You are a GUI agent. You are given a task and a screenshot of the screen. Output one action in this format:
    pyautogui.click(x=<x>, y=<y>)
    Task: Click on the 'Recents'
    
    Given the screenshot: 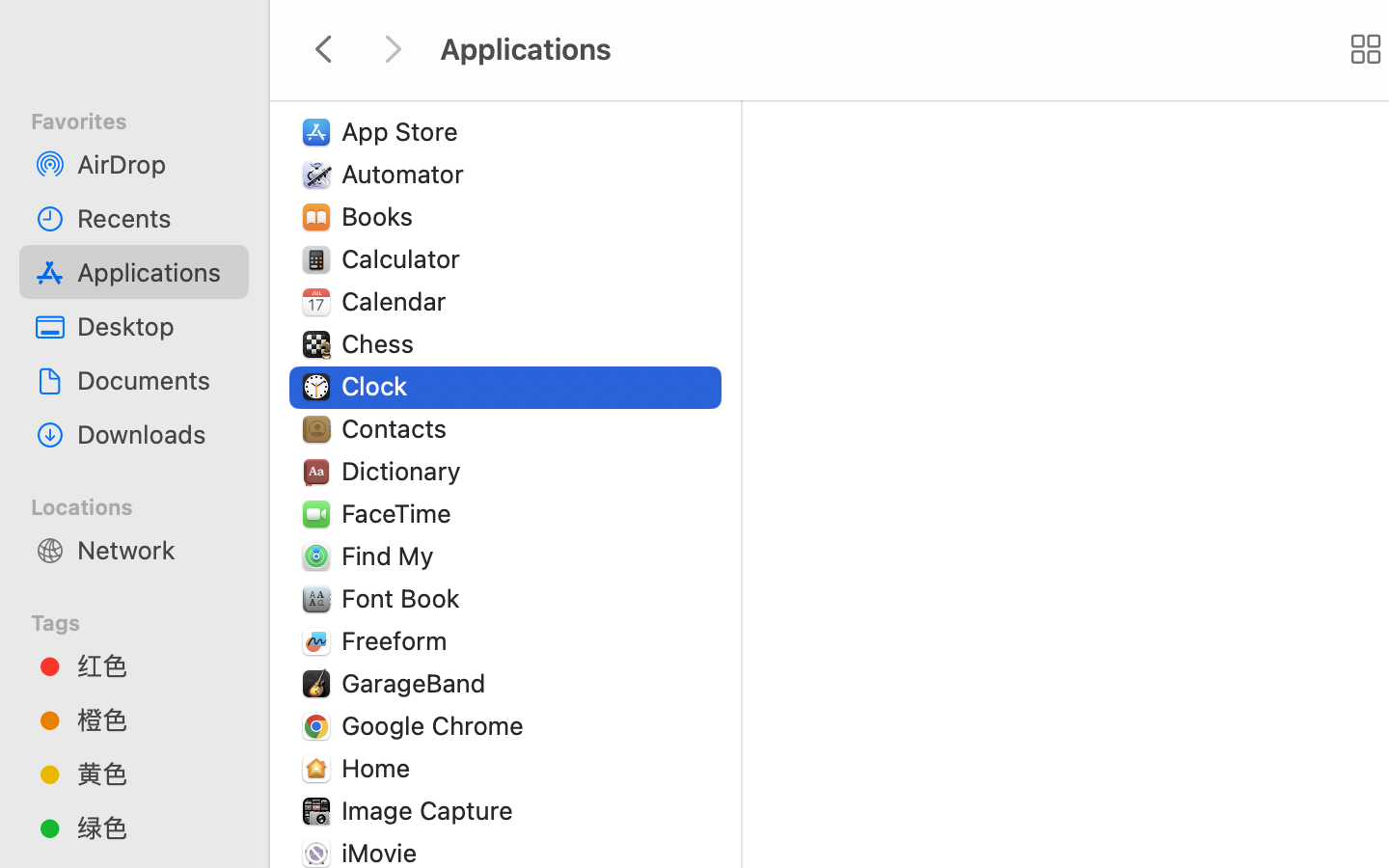 What is the action you would take?
    pyautogui.click(x=153, y=217)
    